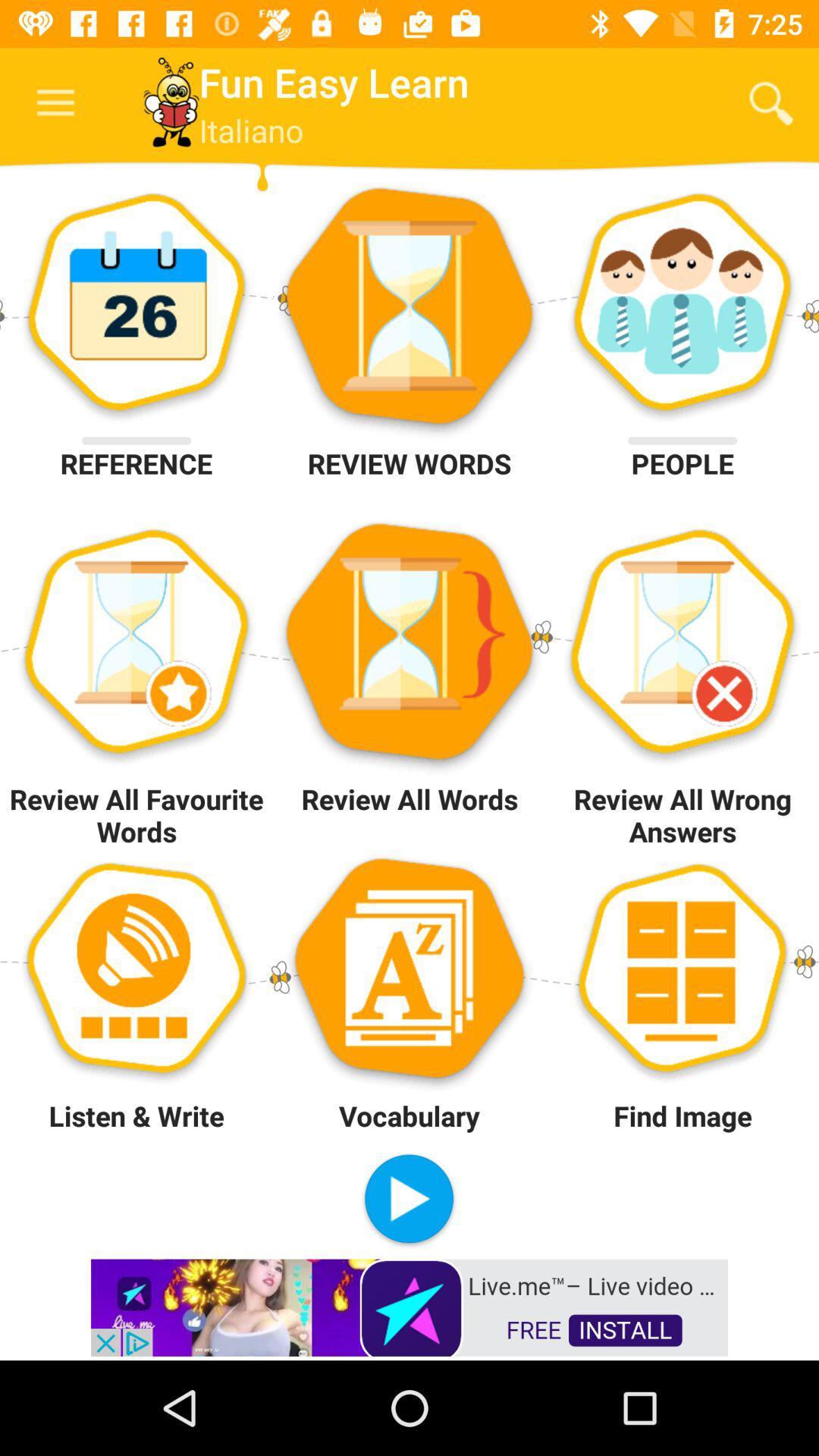  I want to click on italian, so click(408, 1200).